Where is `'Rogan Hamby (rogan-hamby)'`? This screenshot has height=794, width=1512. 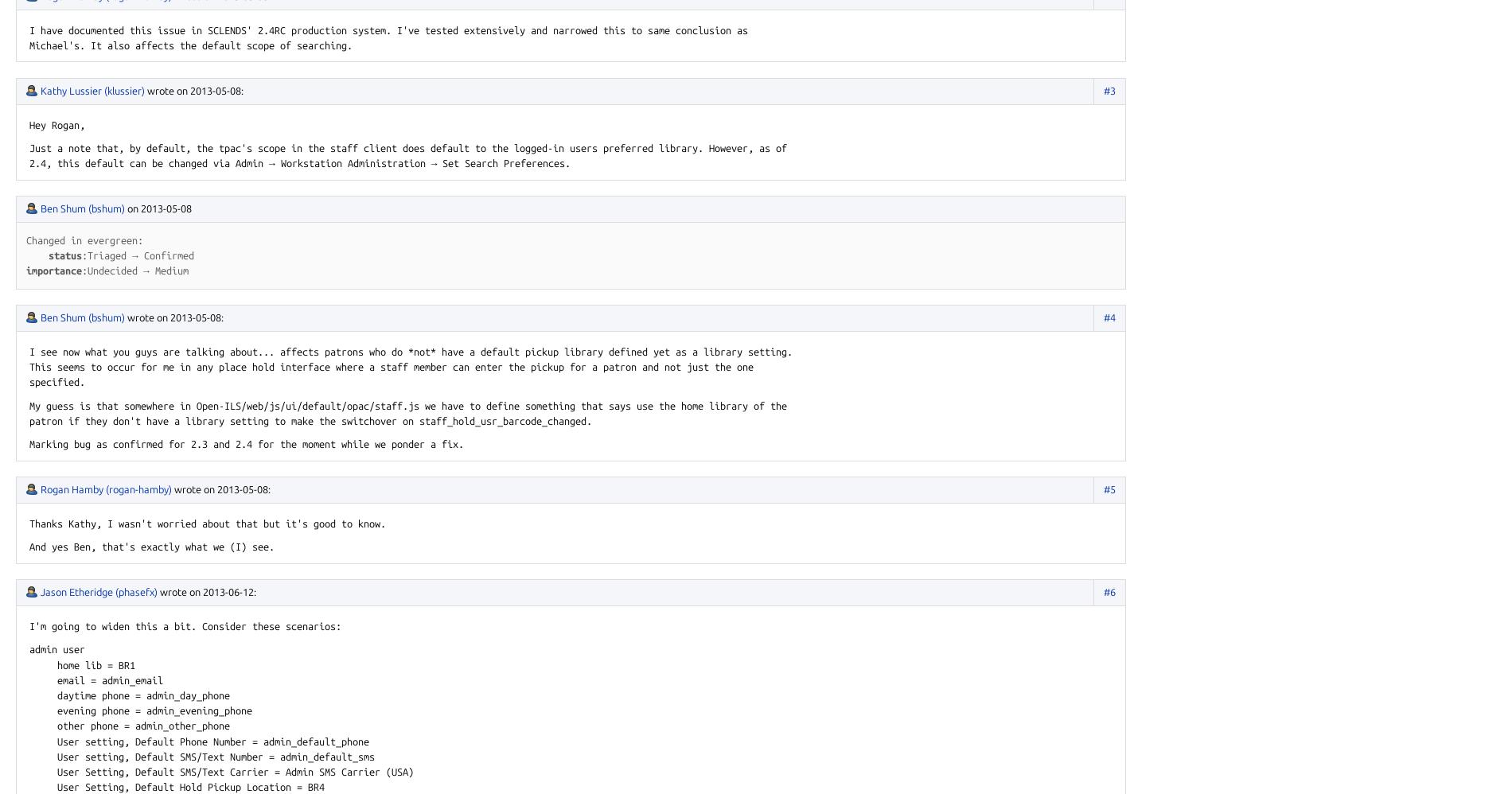 'Rogan Hamby (rogan-hamby)' is located at coordinates (40, 488).